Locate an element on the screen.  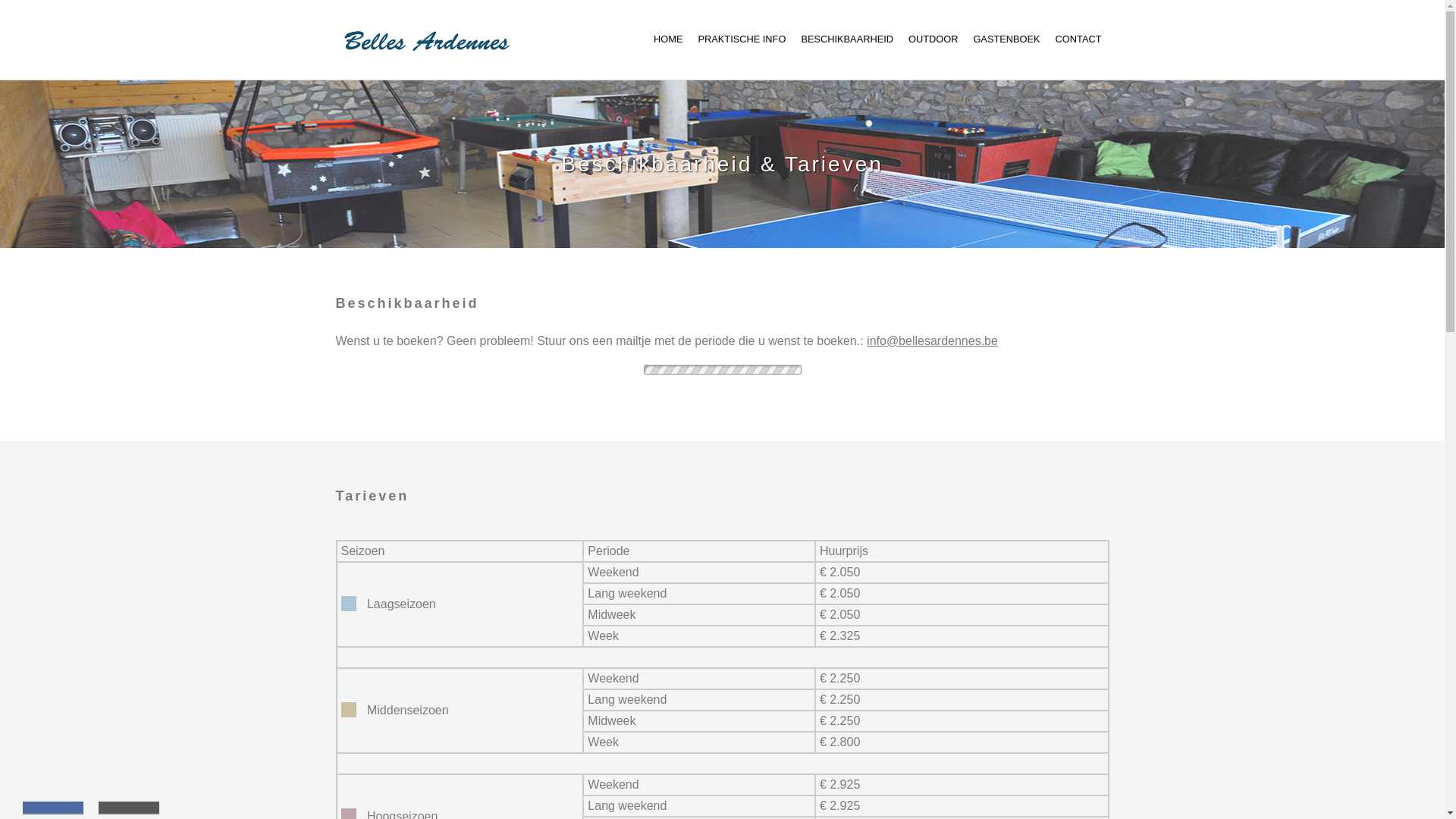
'BESCHIKBAARHEID' is located at coordinates (846, 38).